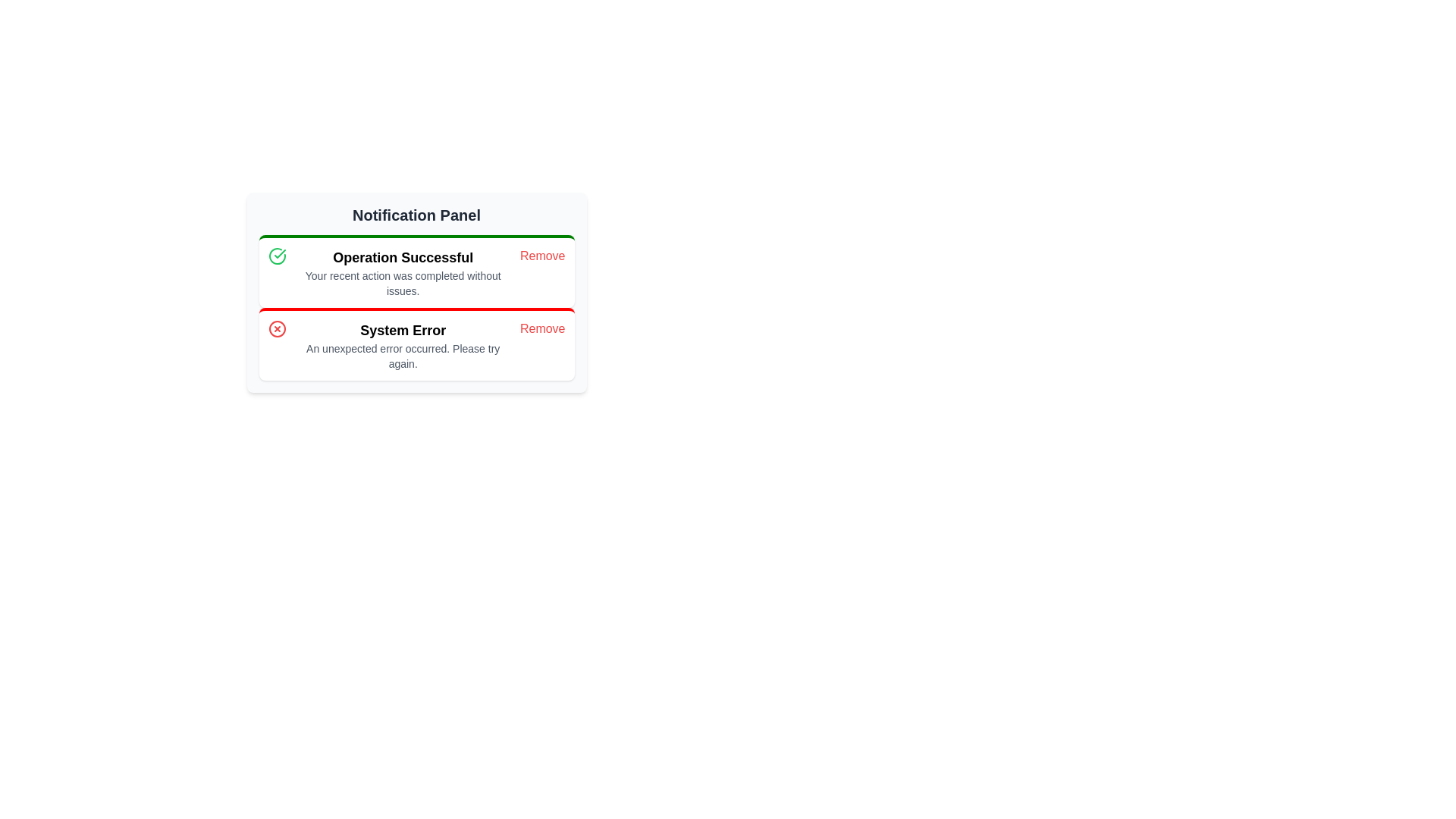 This screenshot has width=1456, height=819. What do you see at coordinates (403, 271) in the screenshot?
I see `the Text Display element that notifies the user about the successful completion of a recent action, located in the top half of the notification panel UI` at bounding box center [403, 271].